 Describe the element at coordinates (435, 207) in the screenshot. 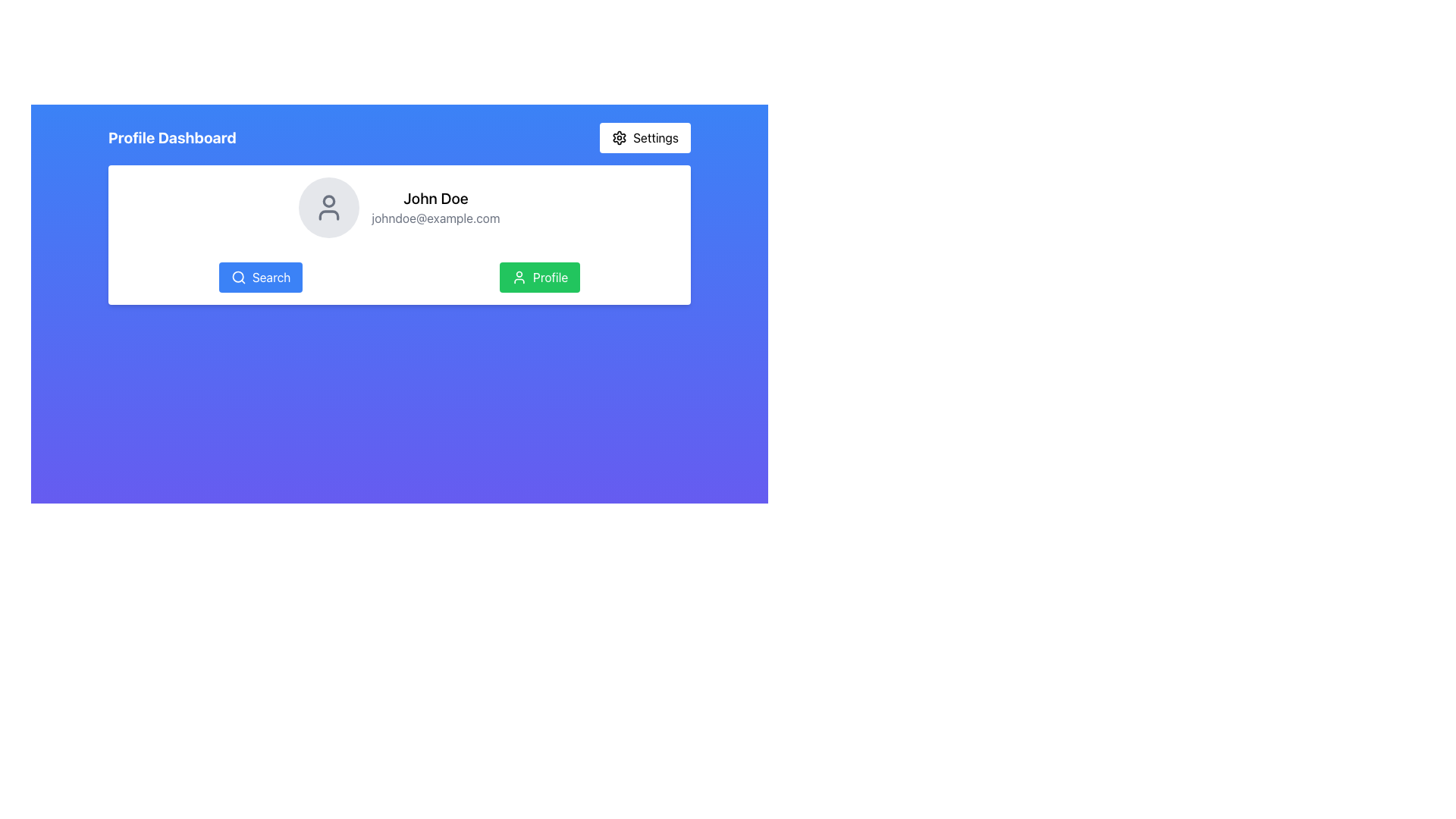

I see `the text display element that shows the user's name and email address in the profile dashboard` at that location.